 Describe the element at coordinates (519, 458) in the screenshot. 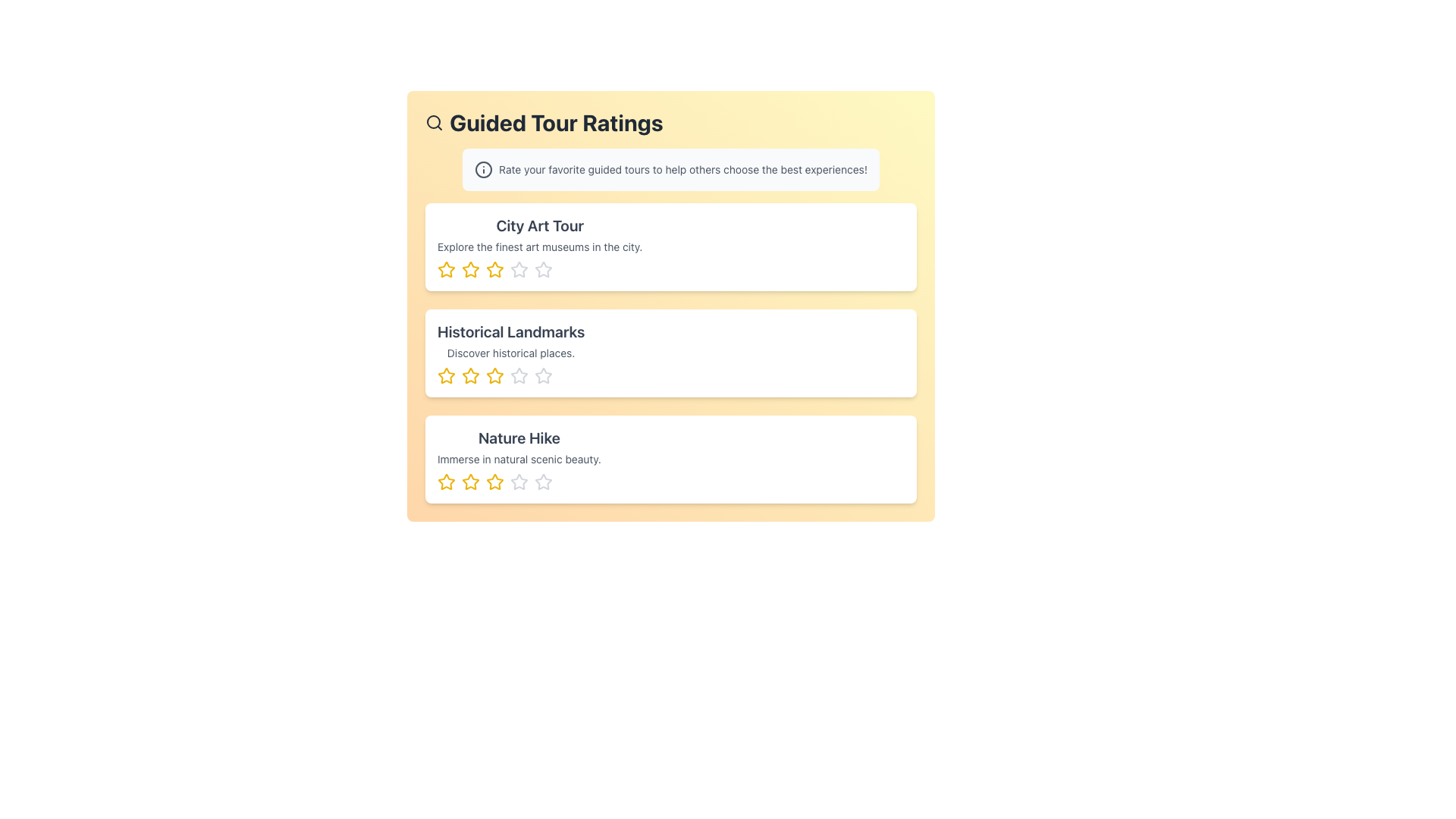

I see `the informational header and subtext text block for the 'Nature Hike' card, located in the center of the third card in the list` at that location.